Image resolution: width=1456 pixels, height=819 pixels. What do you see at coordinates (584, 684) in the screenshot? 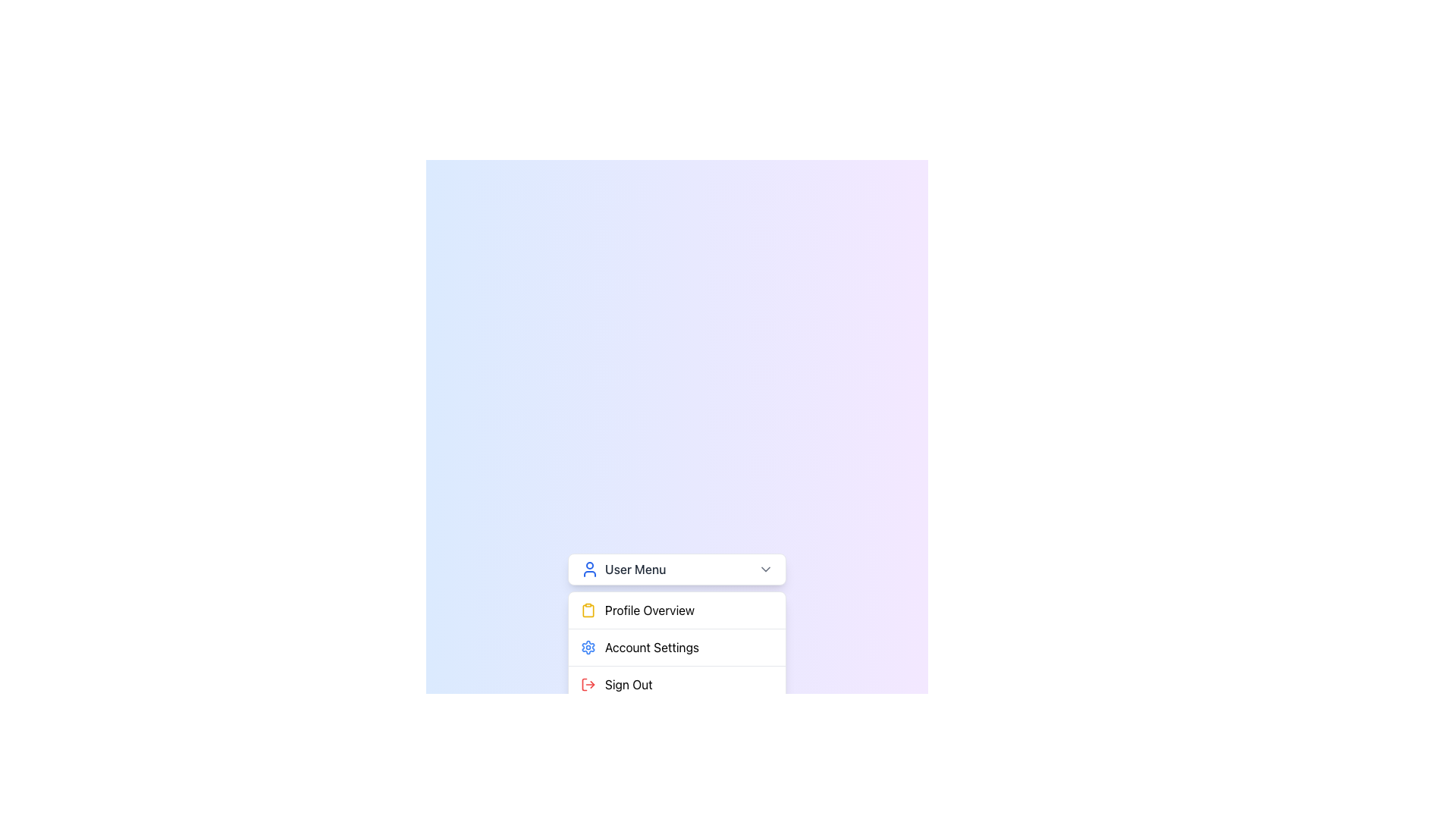
I see `the vertical stroke of the 'Sign Out' SVG icon located next to the red-highlighted 'Sign Out' text in the dropdown list` at bounding box center [584, 684].